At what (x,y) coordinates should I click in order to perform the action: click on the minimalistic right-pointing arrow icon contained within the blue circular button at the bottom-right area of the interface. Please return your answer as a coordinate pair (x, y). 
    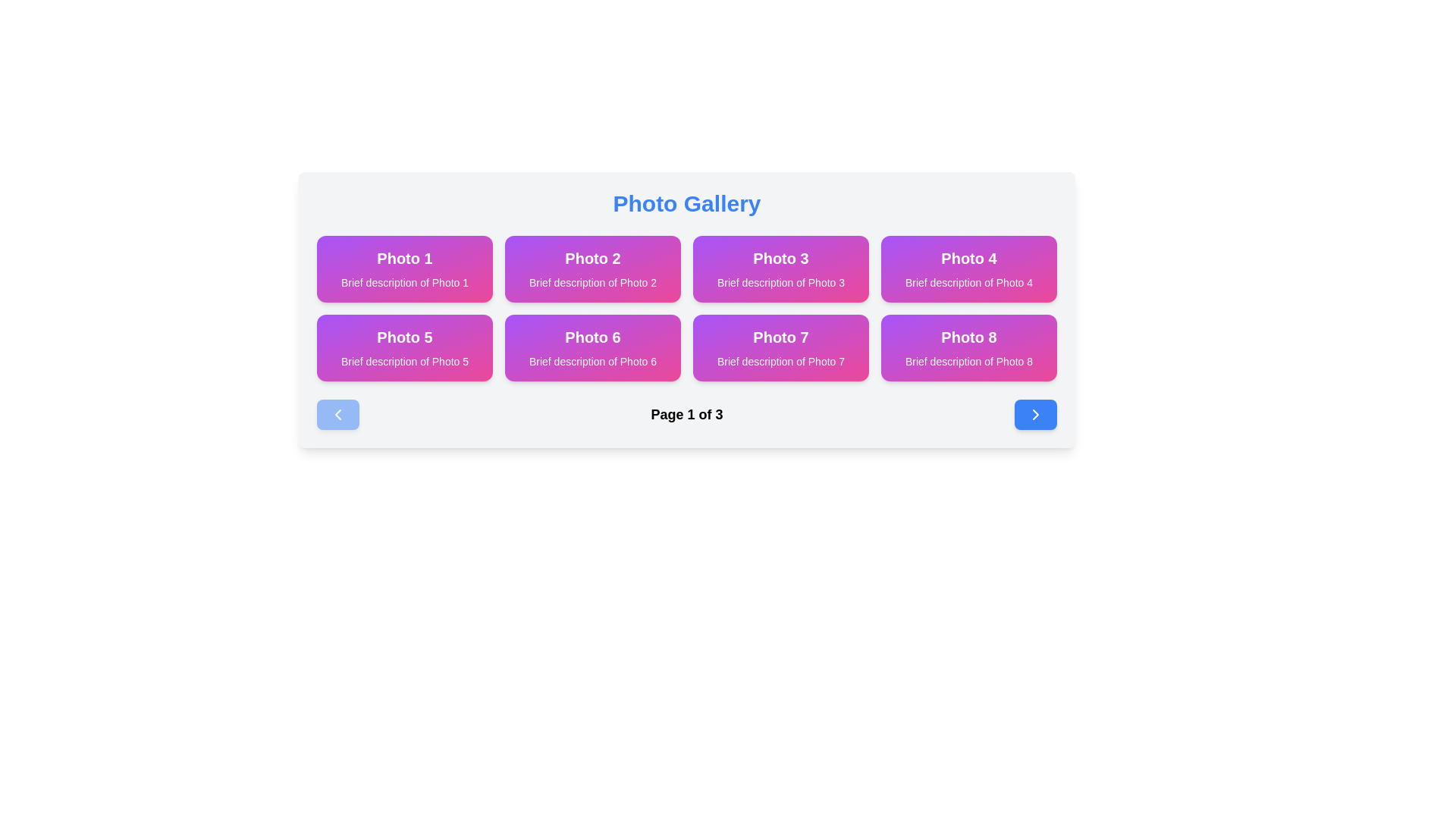
    Looking at the image, I should click on (1035, 415).